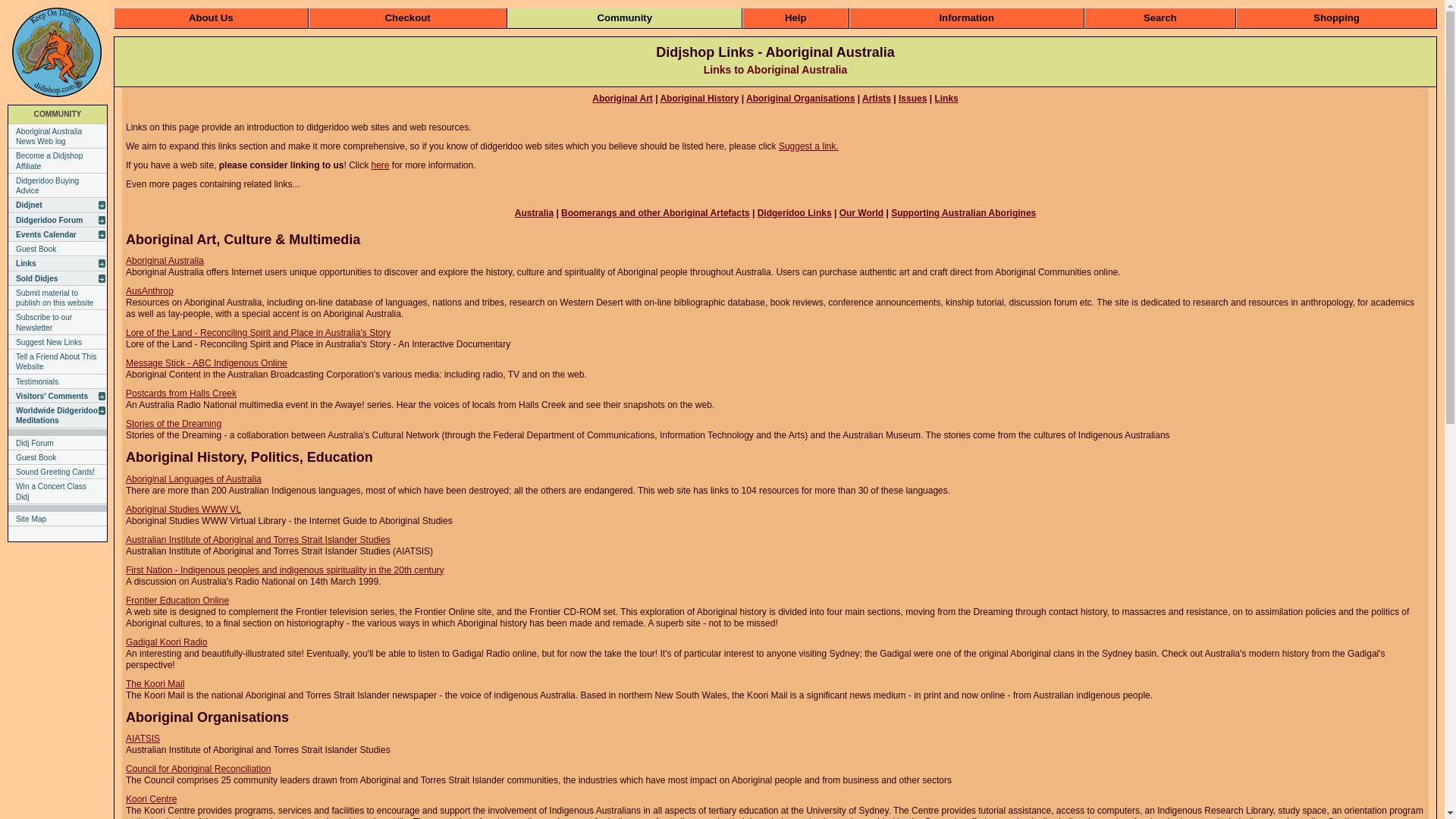 This screenshot has width=1456, height=819. I want to click on 'Information', so click(938, 17).